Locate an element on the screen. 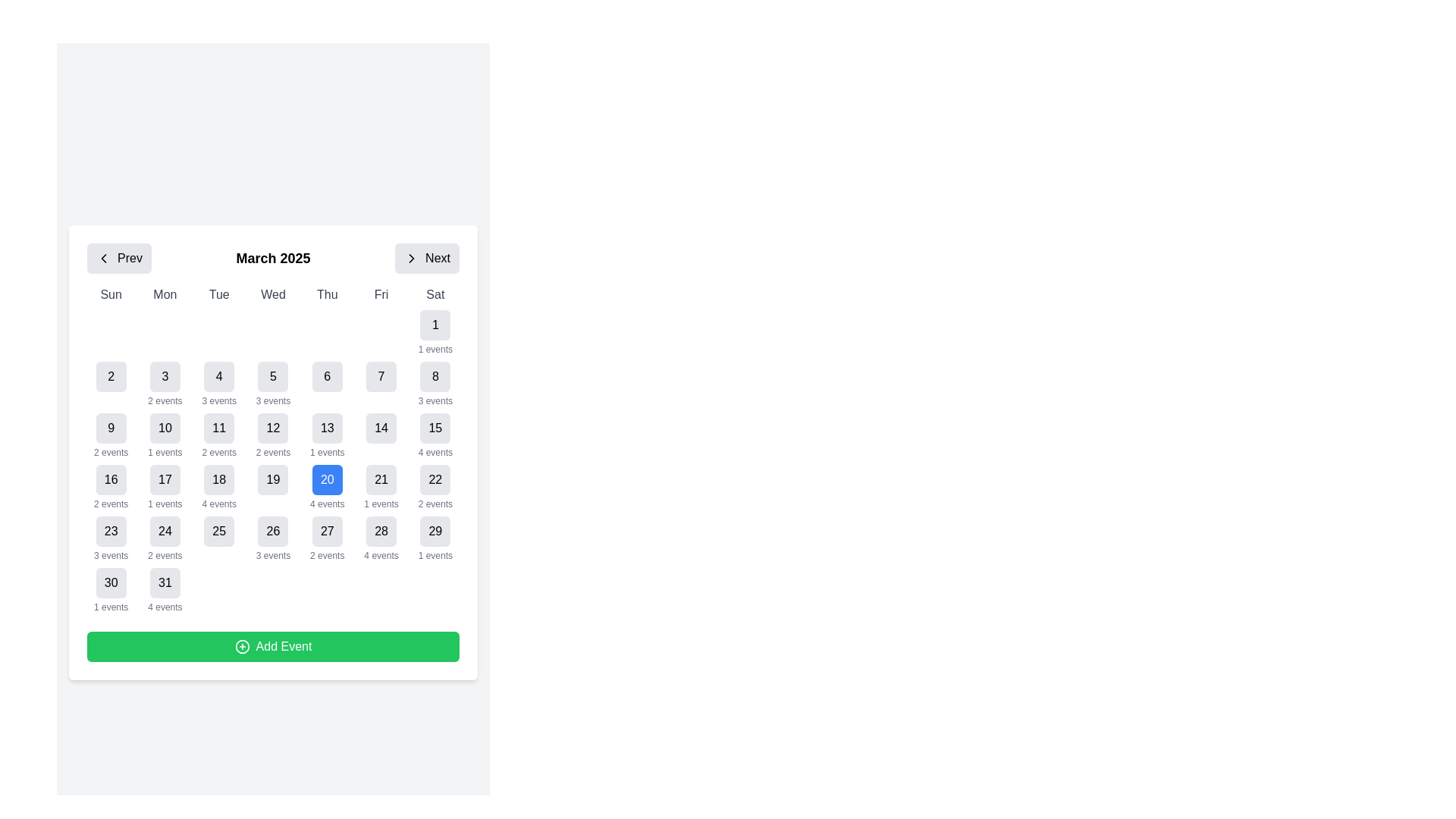  the 'Next' button with black text on a light gray background to observe the hover effect is located at coordinates (437, 257).